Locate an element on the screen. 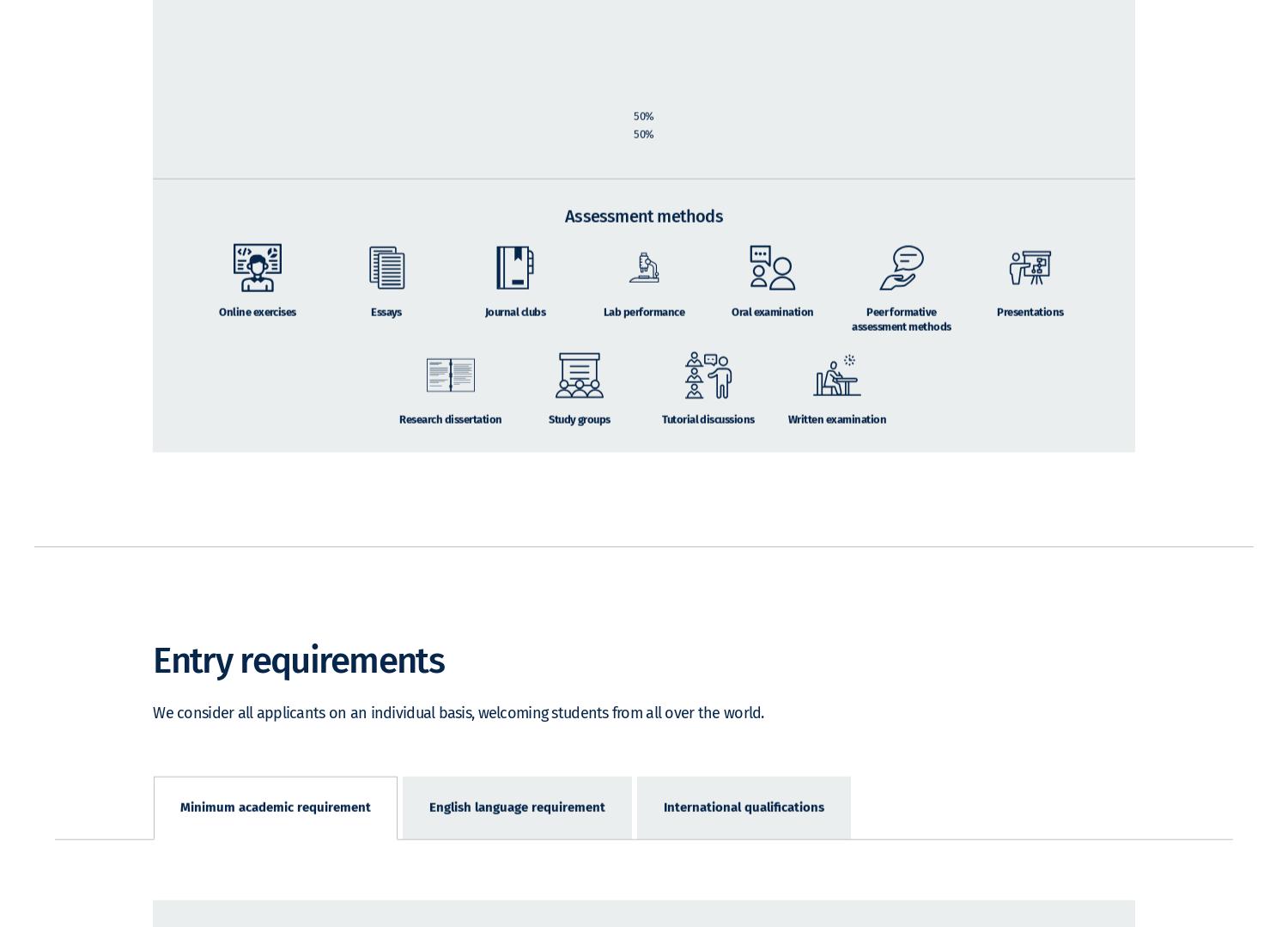 The image size is (1288, 927). 'Taught modules' is located at coordinates (570, 7).